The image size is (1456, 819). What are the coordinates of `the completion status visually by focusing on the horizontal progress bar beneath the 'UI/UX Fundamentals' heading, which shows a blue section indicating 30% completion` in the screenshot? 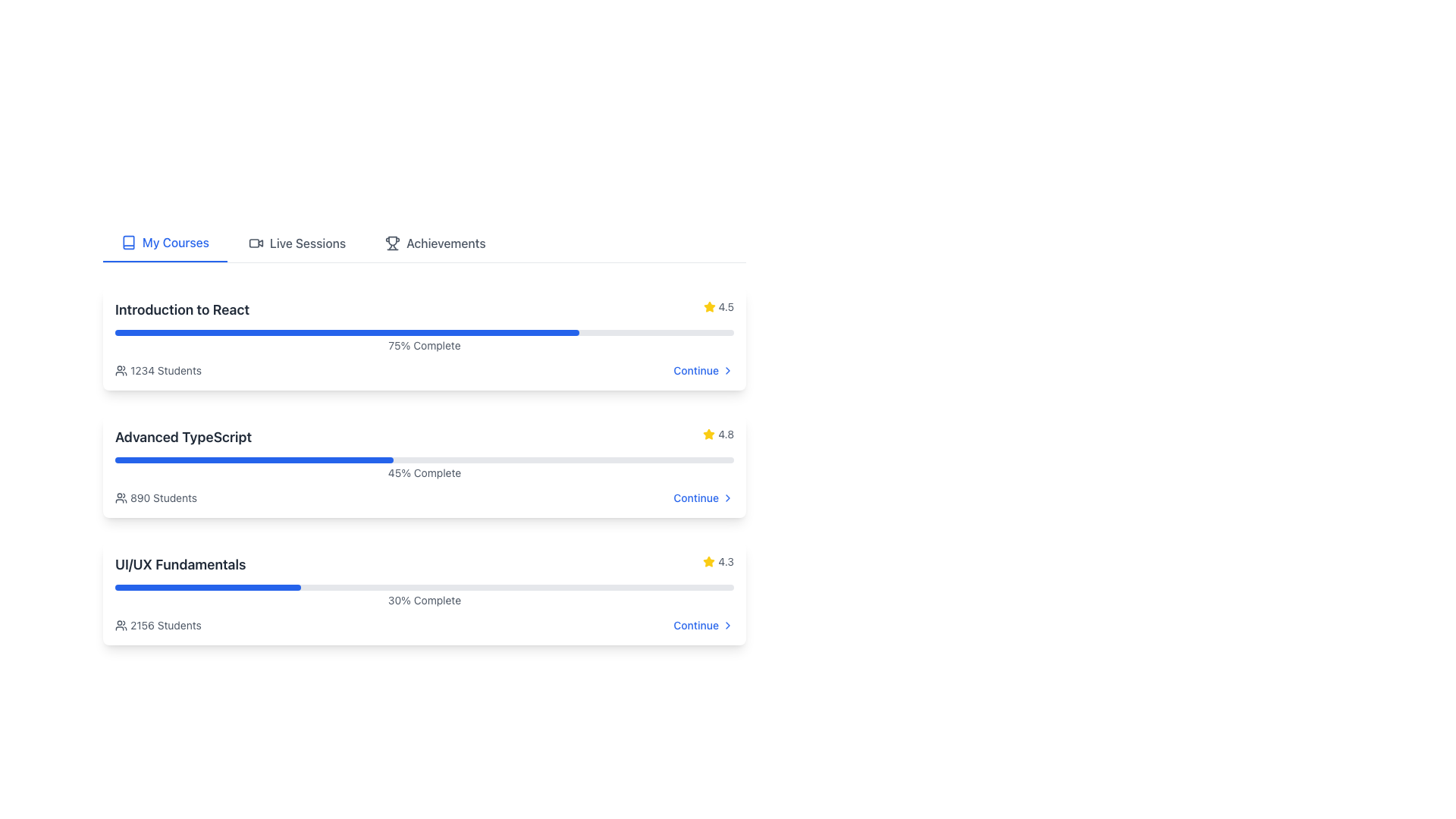 It's located at (425, 587).